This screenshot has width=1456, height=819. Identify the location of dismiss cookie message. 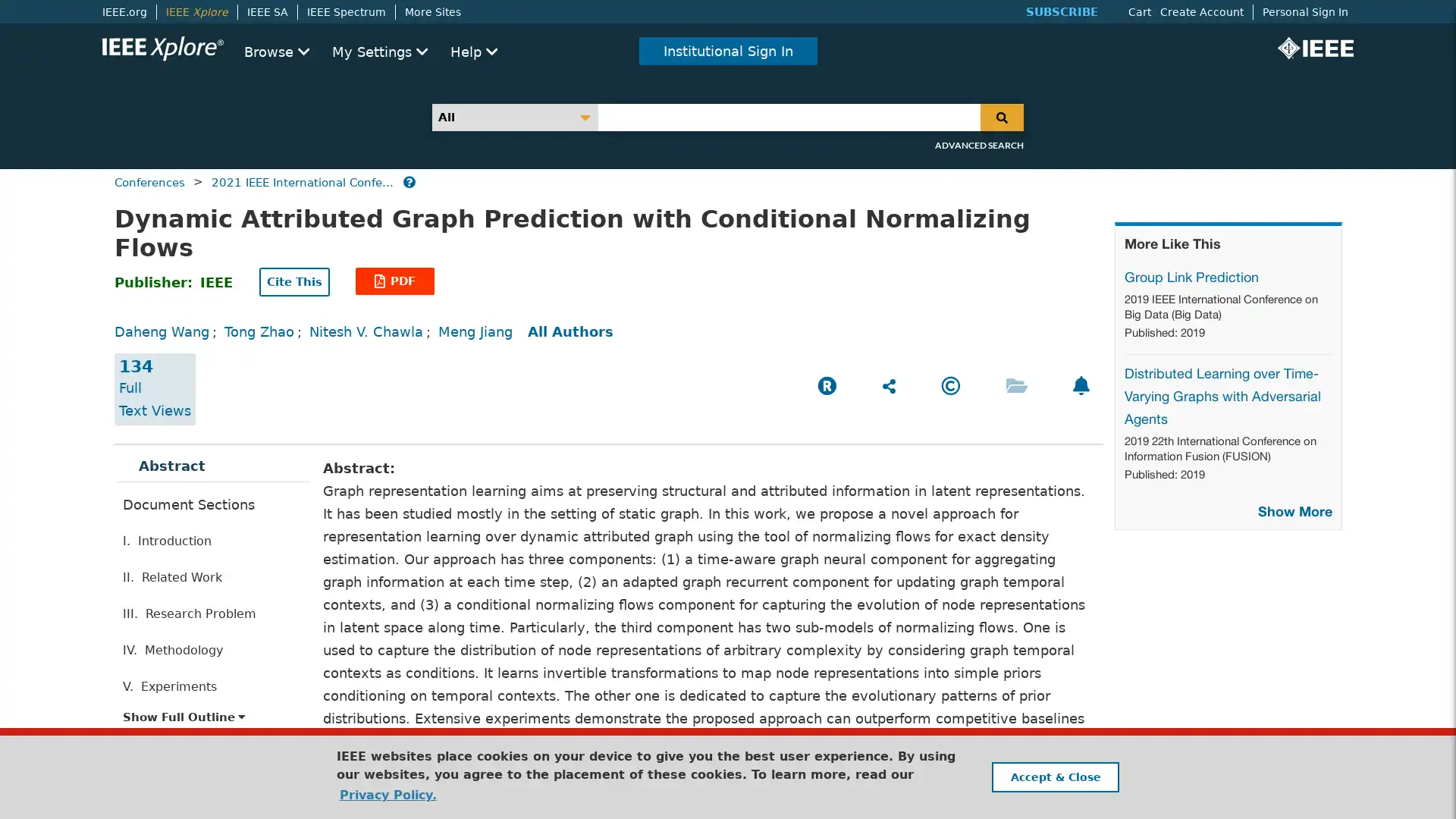
(1054, 777).